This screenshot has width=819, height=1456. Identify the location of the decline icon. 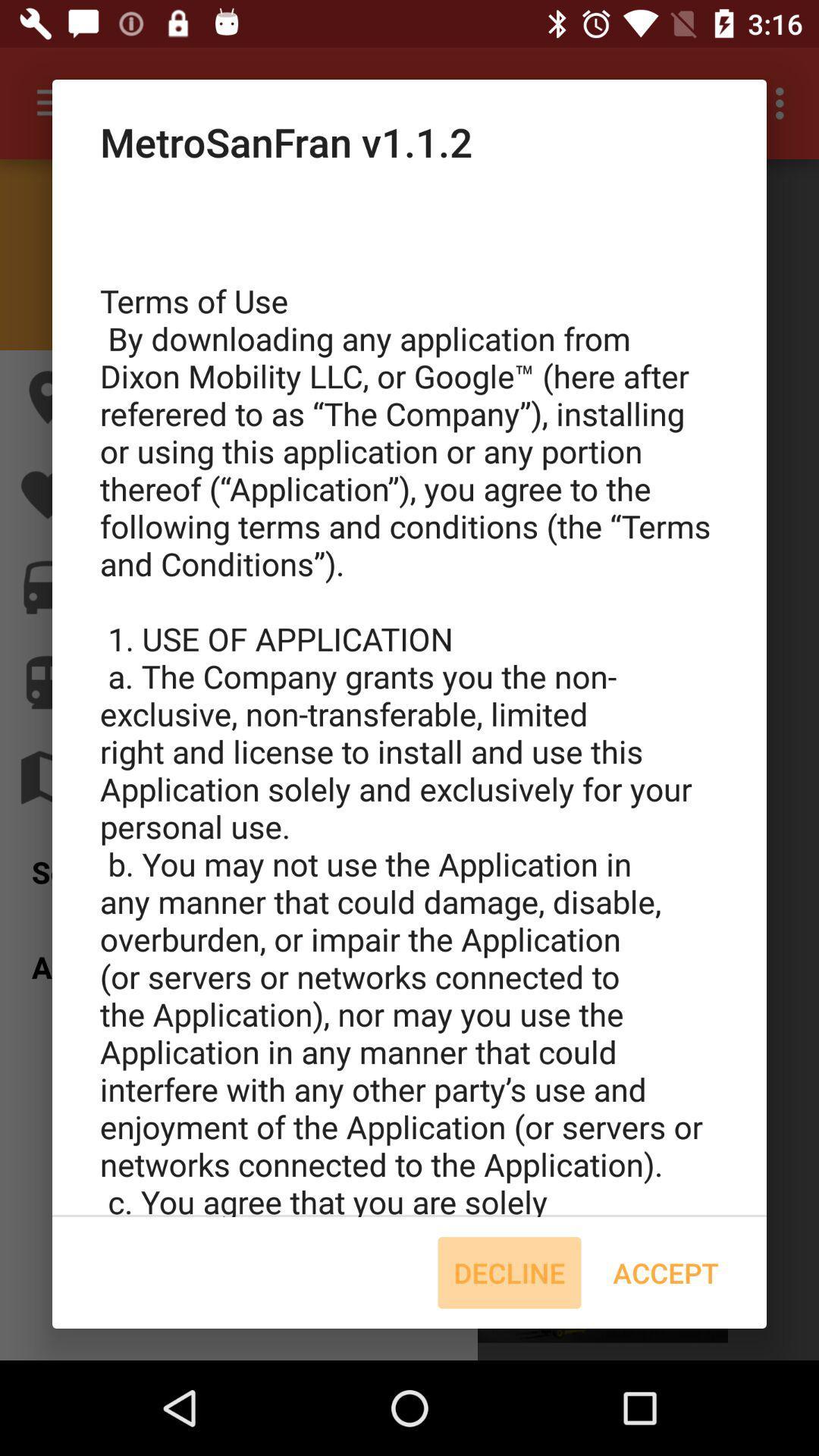
(509, 1272).